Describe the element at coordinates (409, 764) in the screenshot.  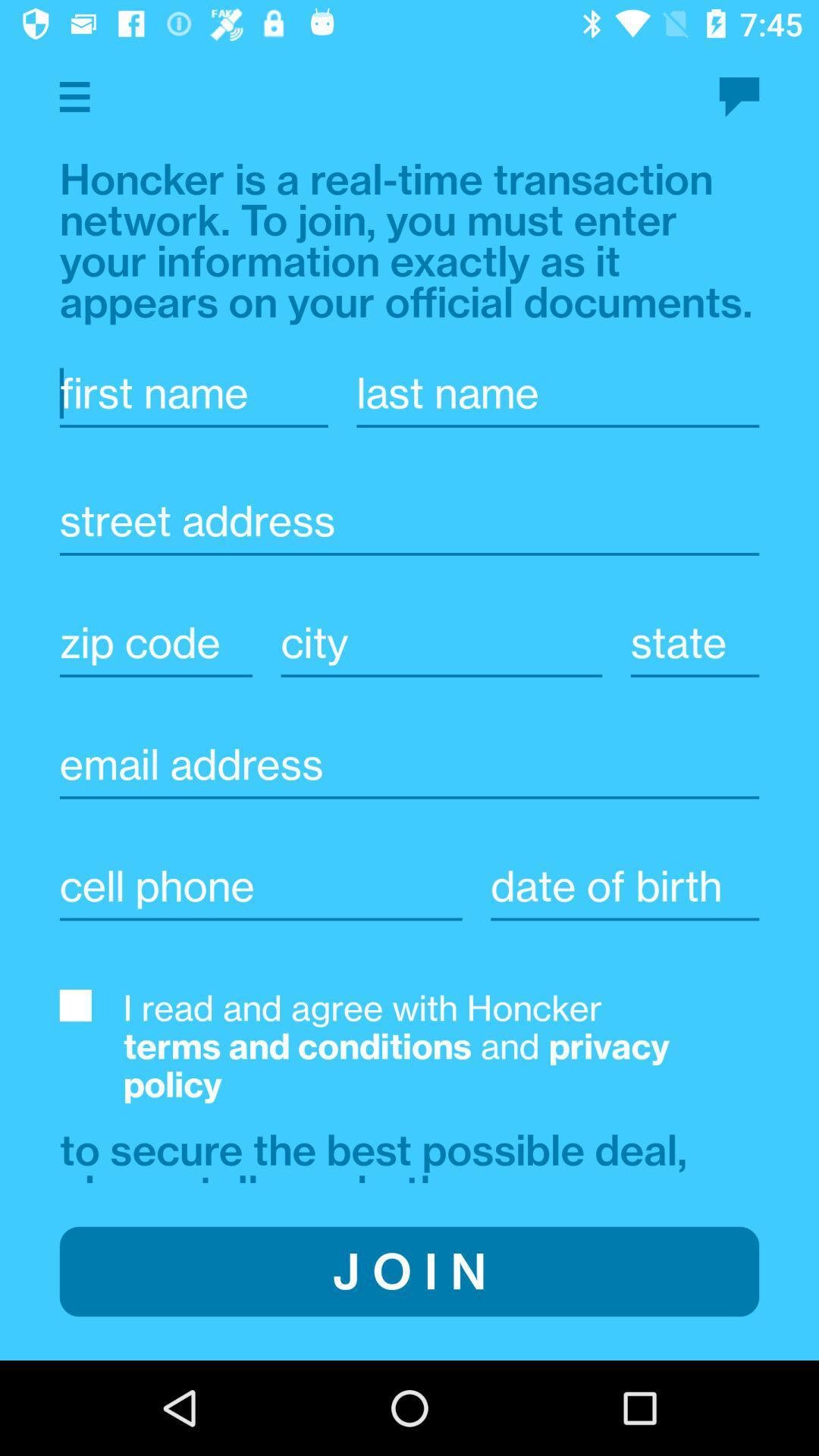
I see `email address space` at that location.